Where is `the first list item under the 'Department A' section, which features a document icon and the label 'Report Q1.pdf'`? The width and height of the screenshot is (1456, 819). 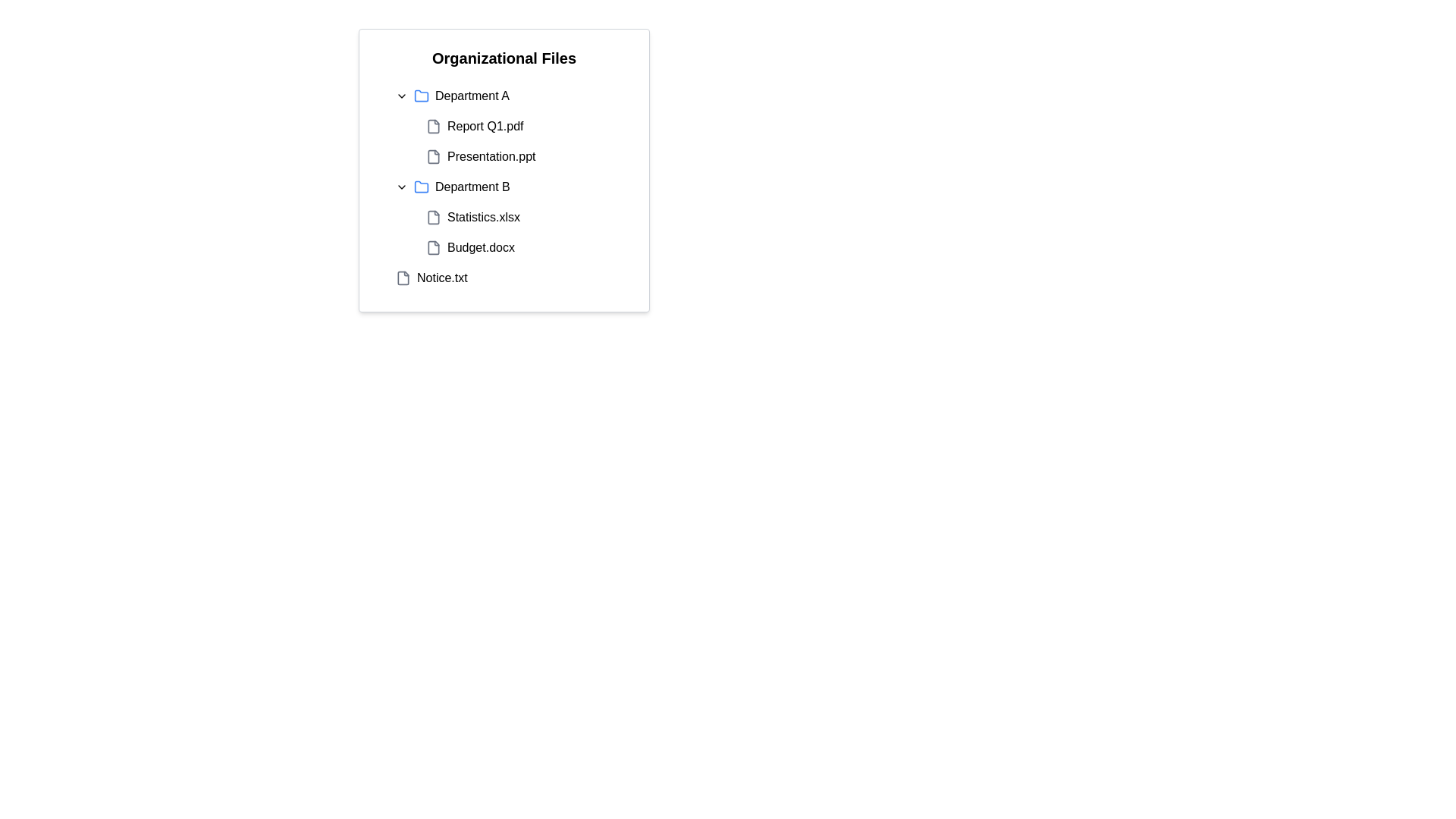 the first list item under the 'Department A' section, which features a document icon and the label 'Report Q1.pdf' is located at coordinates (474, 125).